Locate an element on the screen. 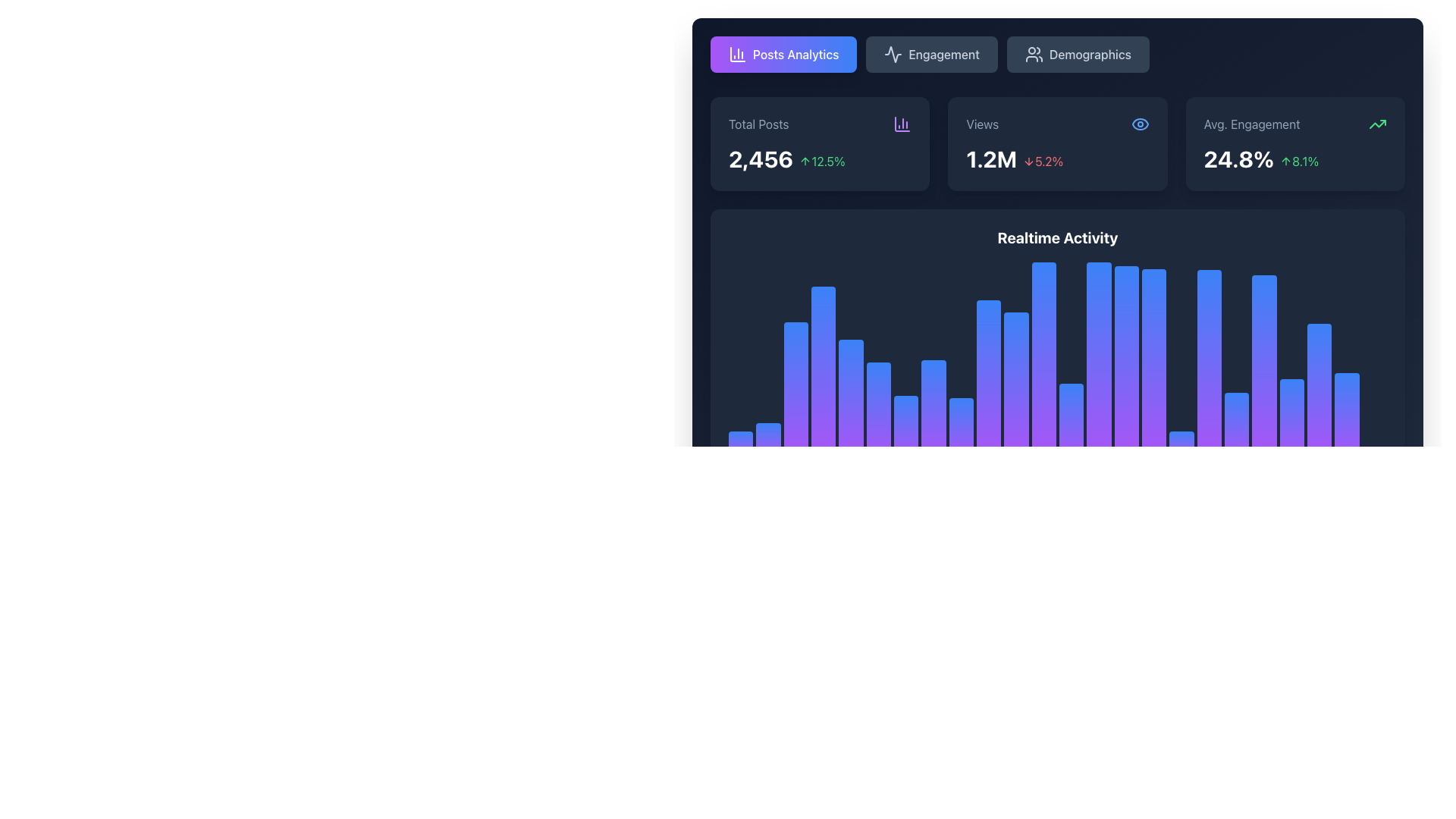  the 24th bar in the bar chart is located at coordinates (1347, 359).